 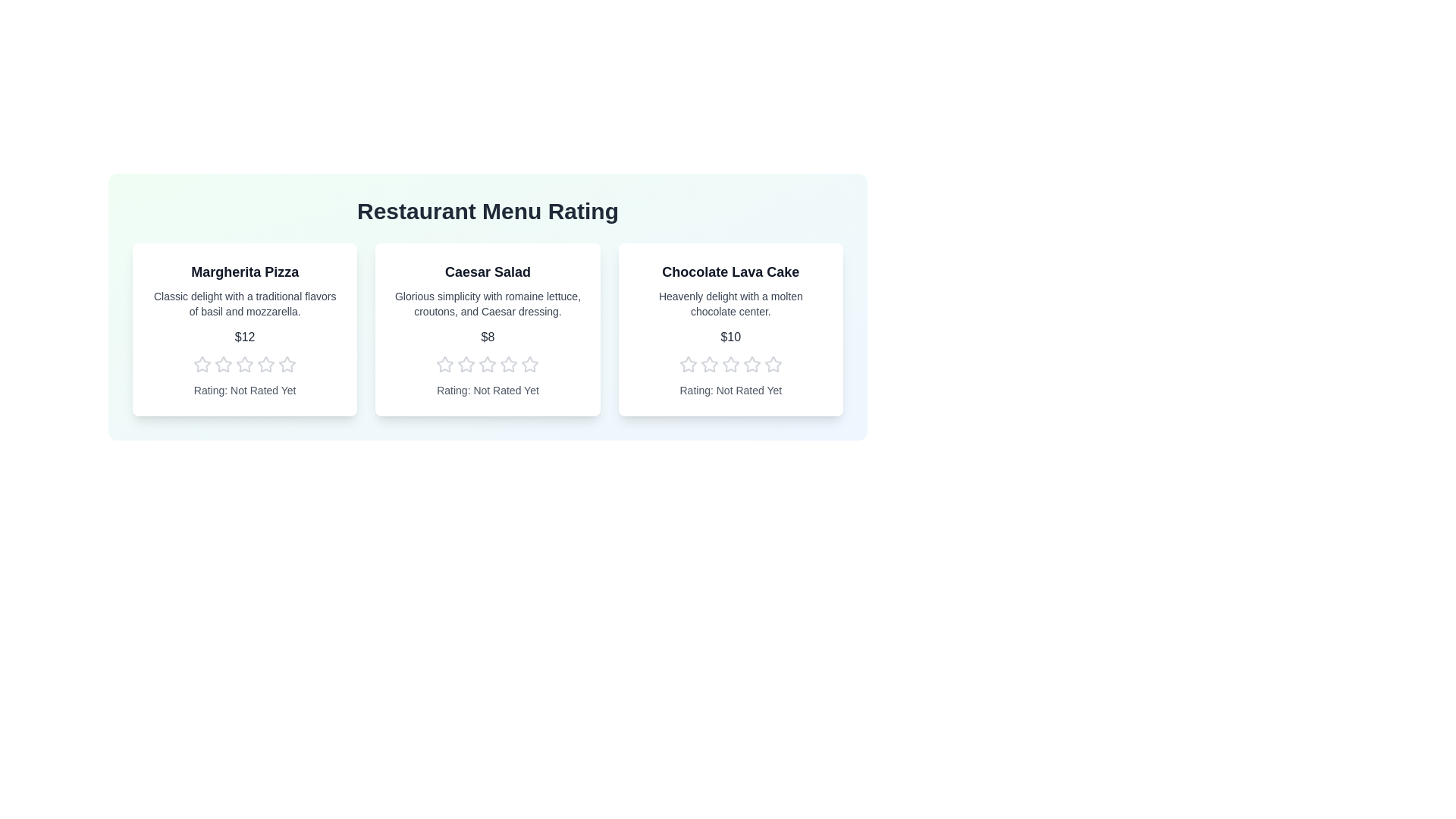 What do you see at coordinates (287, 365) in the screenshot?
I see `the 5 star to preview the rating` at bounding box center [287, 365].